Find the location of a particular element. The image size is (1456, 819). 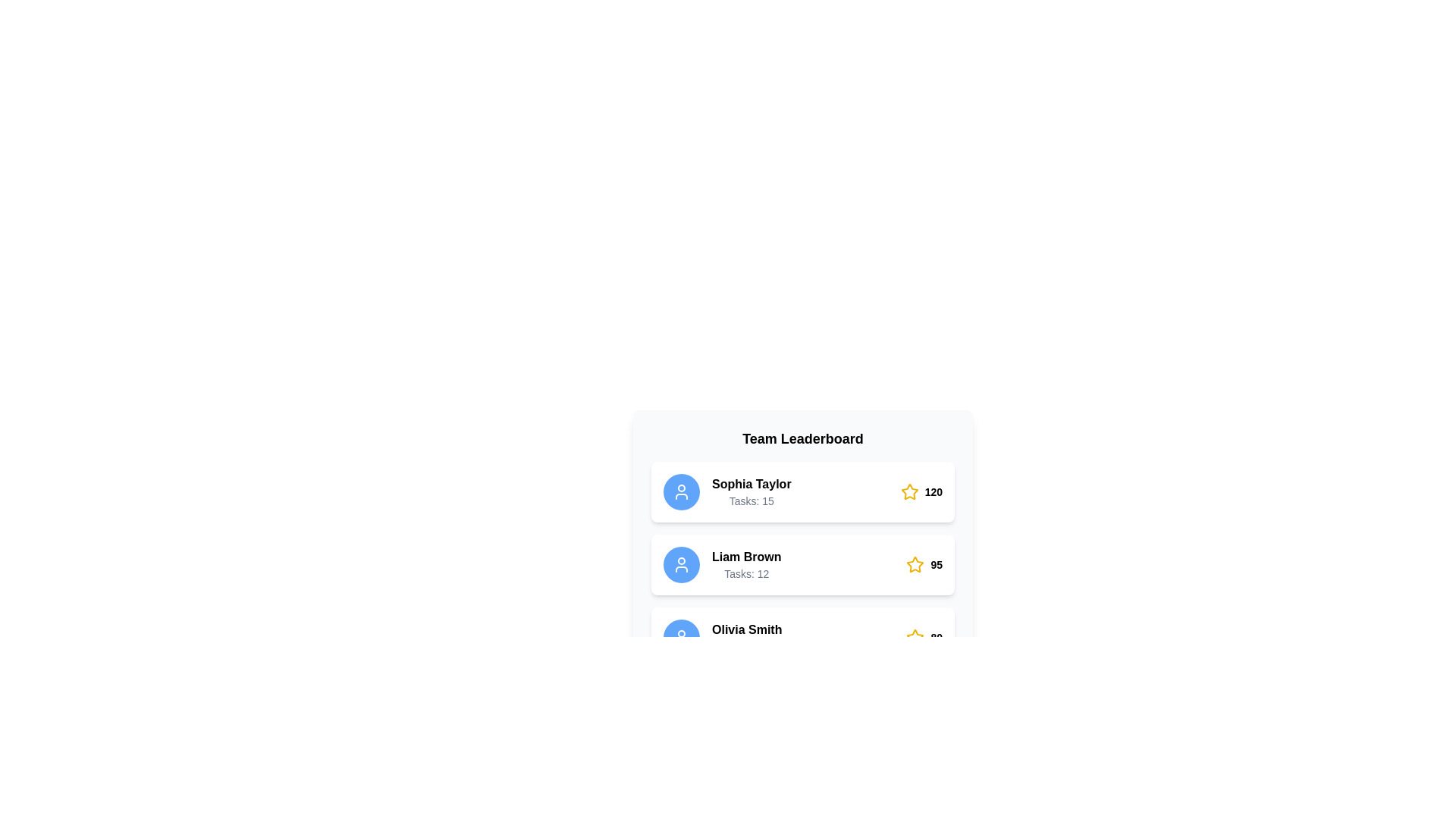

the static text label indicating the number of tasks for the 'Liam Brown' leaderboard entry, located below the name text in the second row is located at coordinates (746, 573).